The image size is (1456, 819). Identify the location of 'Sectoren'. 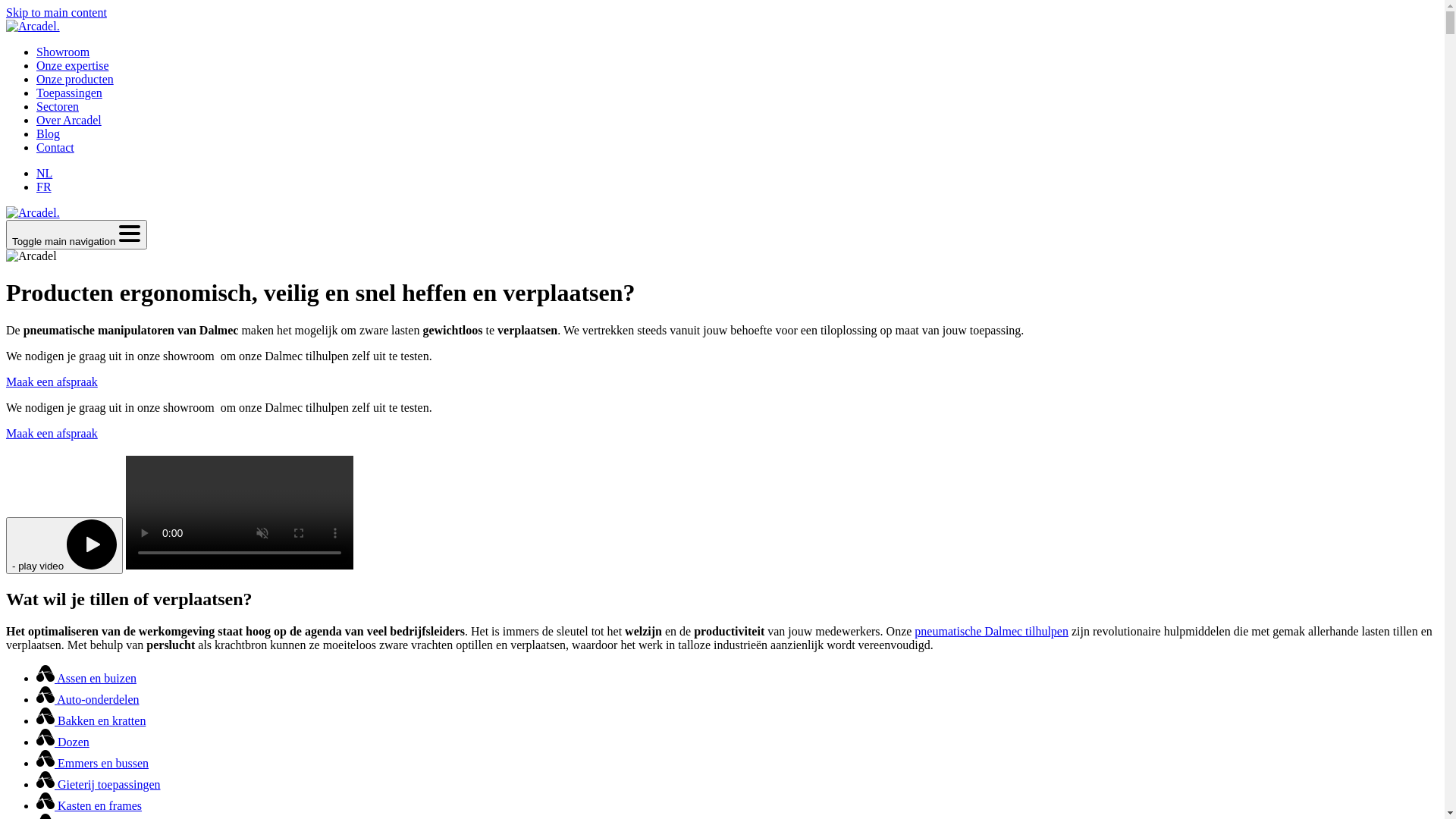
(36, 105).